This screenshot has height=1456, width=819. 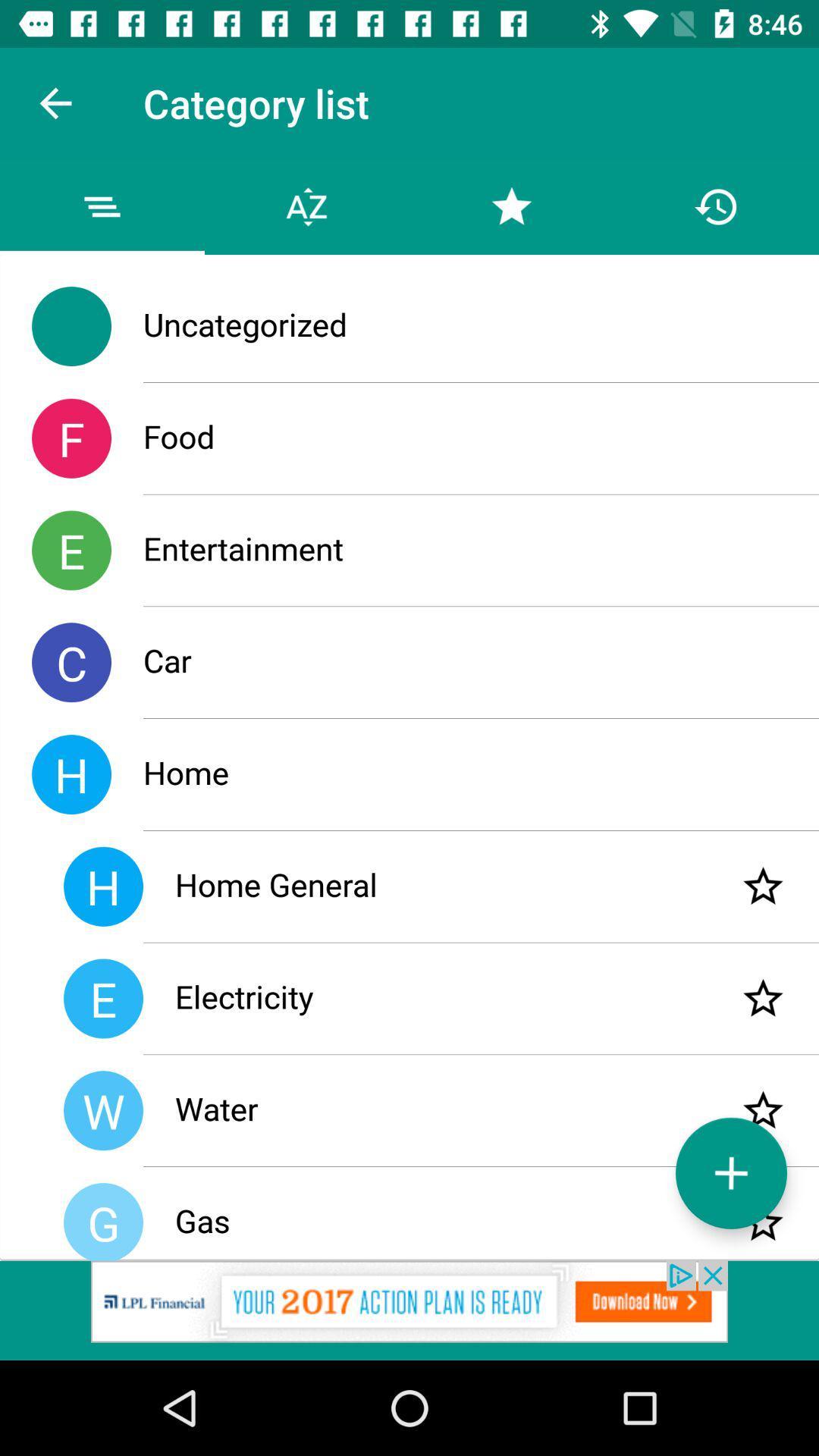 I want to click on category, so click(x=730, y=1172).